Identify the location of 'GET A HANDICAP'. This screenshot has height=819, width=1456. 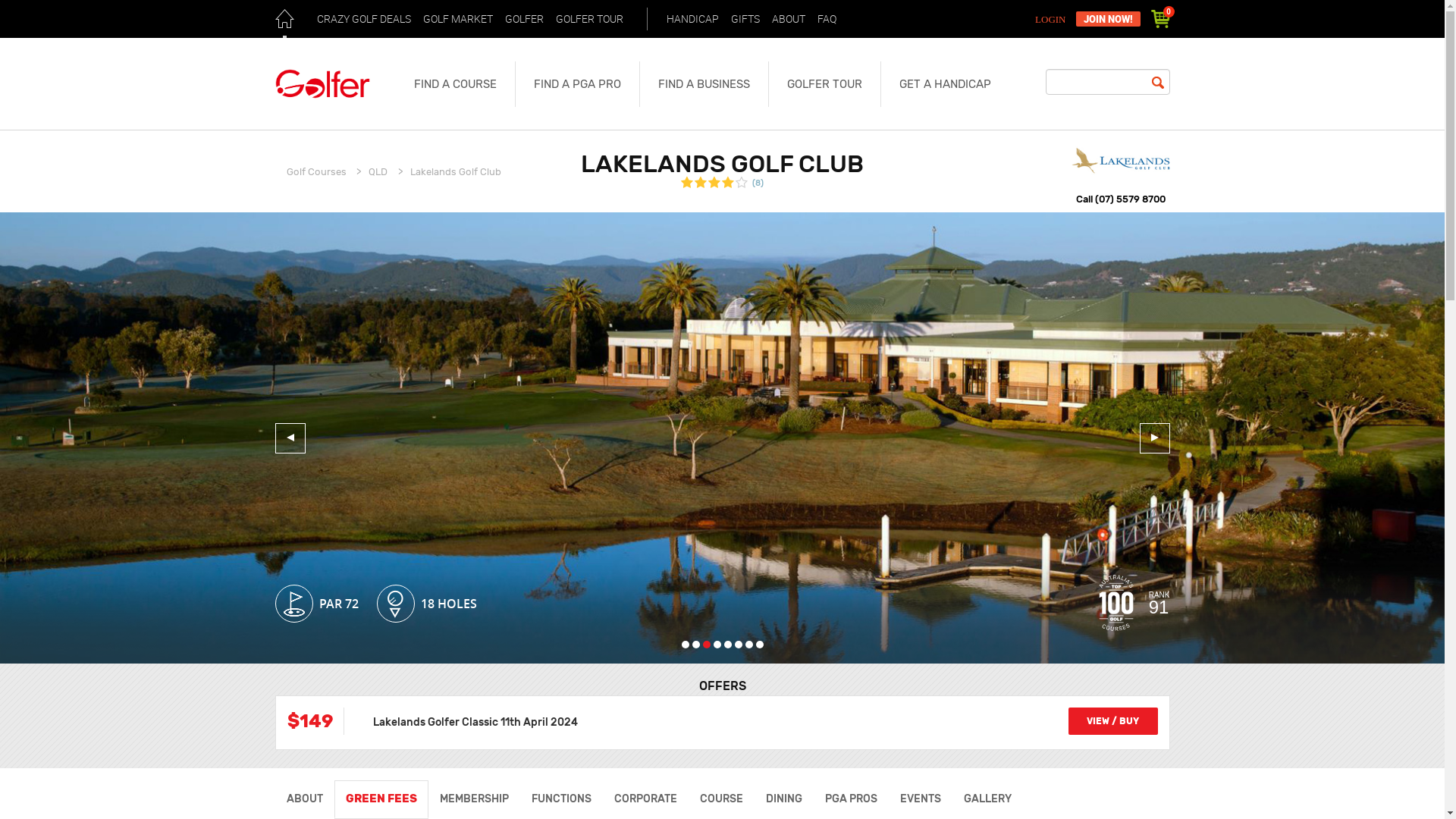
(943, 84).